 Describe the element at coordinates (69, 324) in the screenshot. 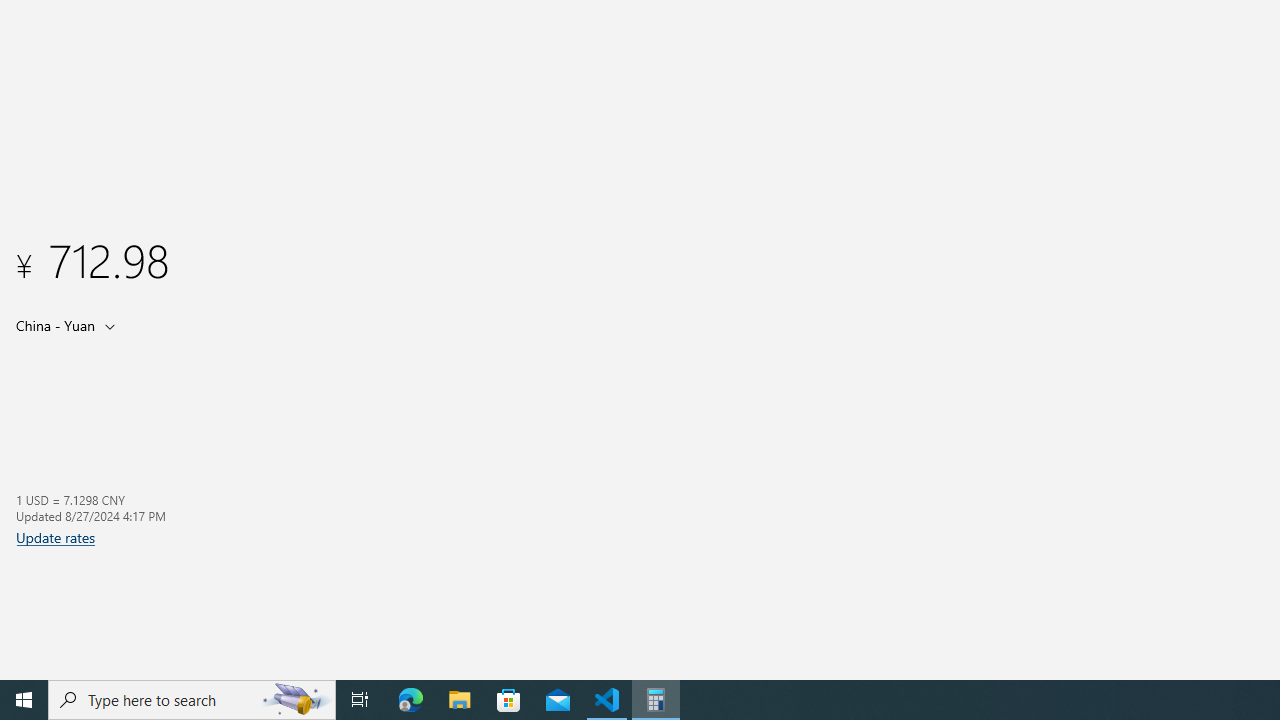

I see `'Output unit'` at that location.